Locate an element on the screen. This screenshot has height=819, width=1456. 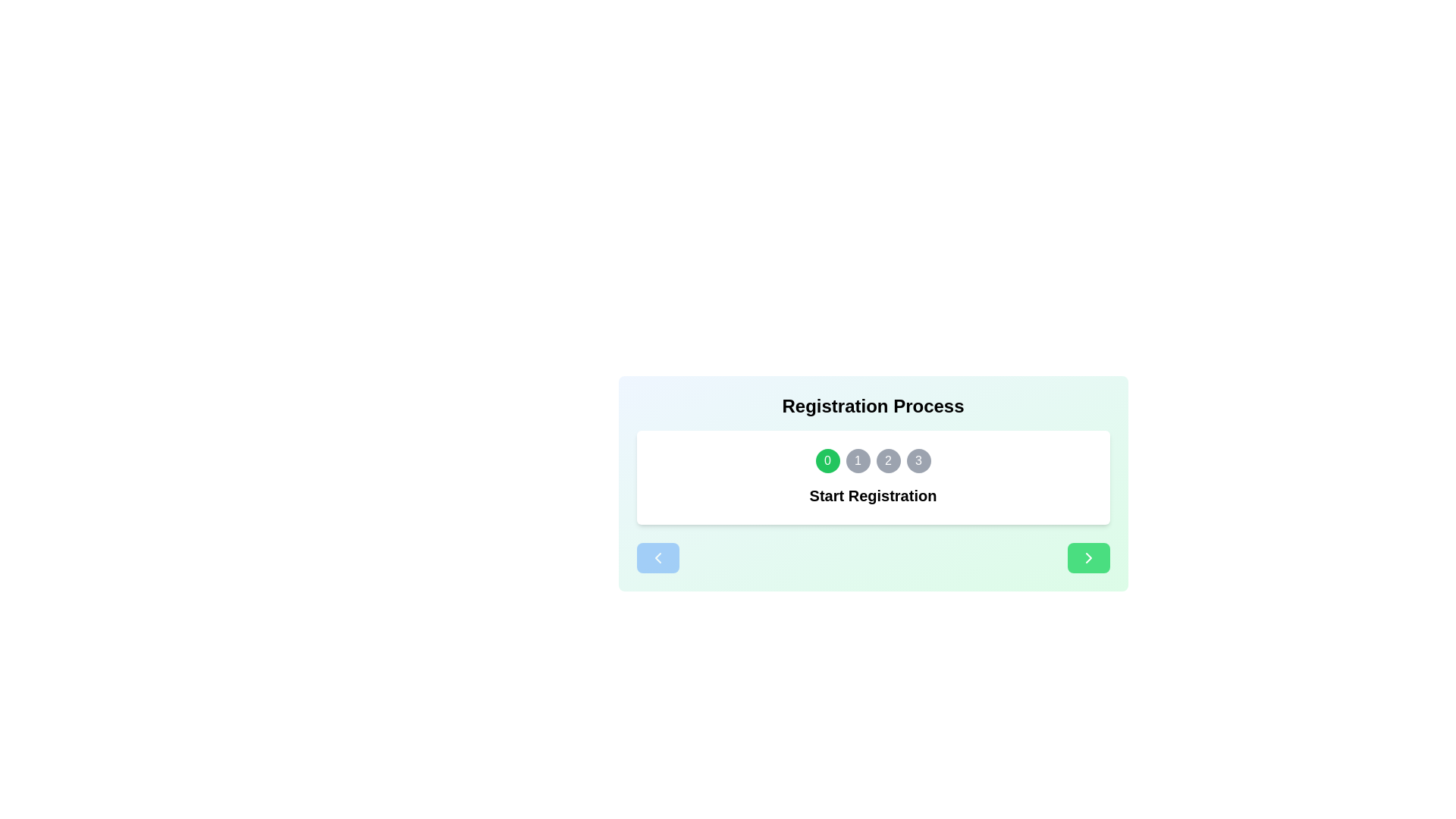
the left navigation button is located at coordinates (657, 558).